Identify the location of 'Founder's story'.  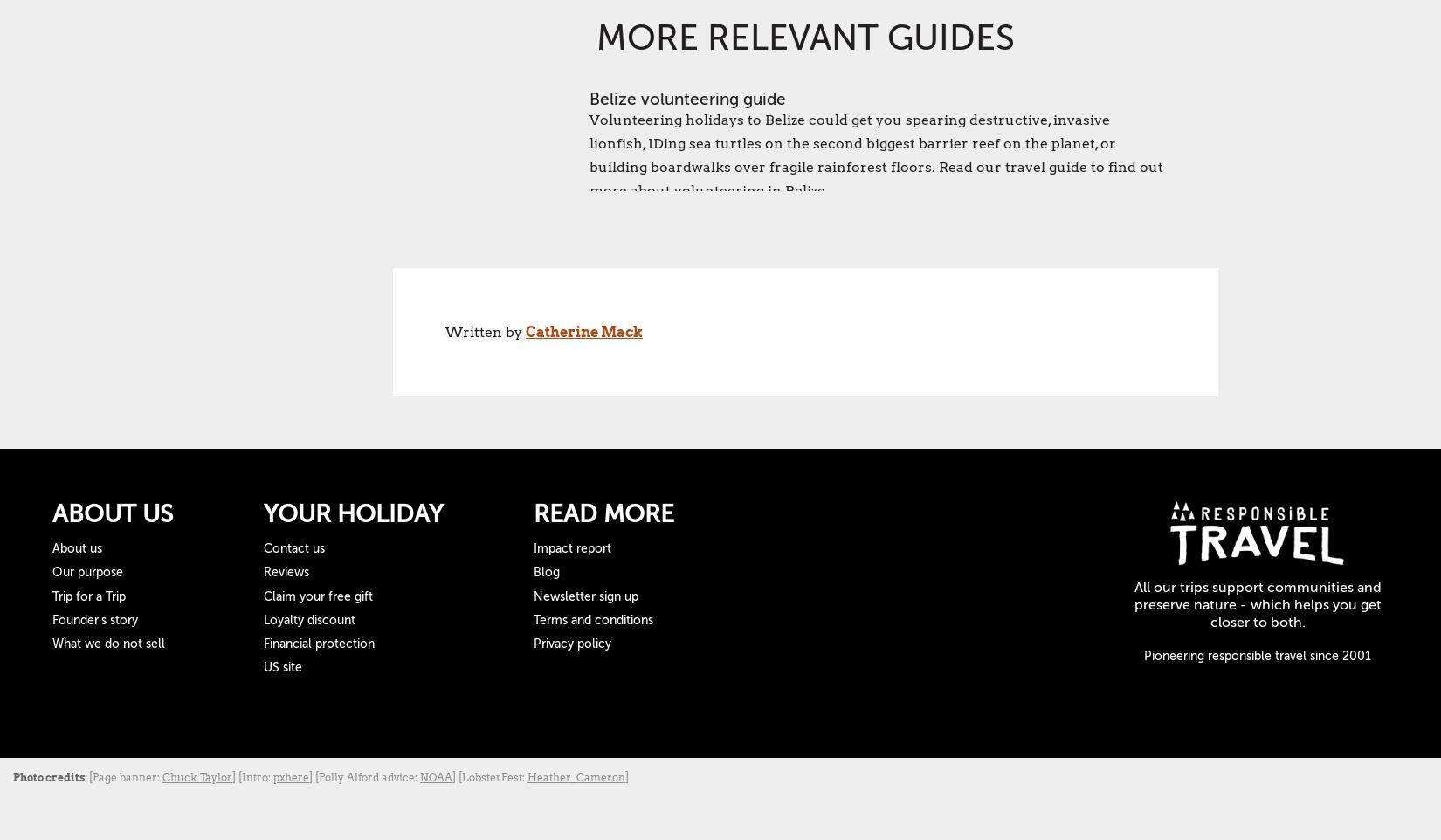
(95, 618).